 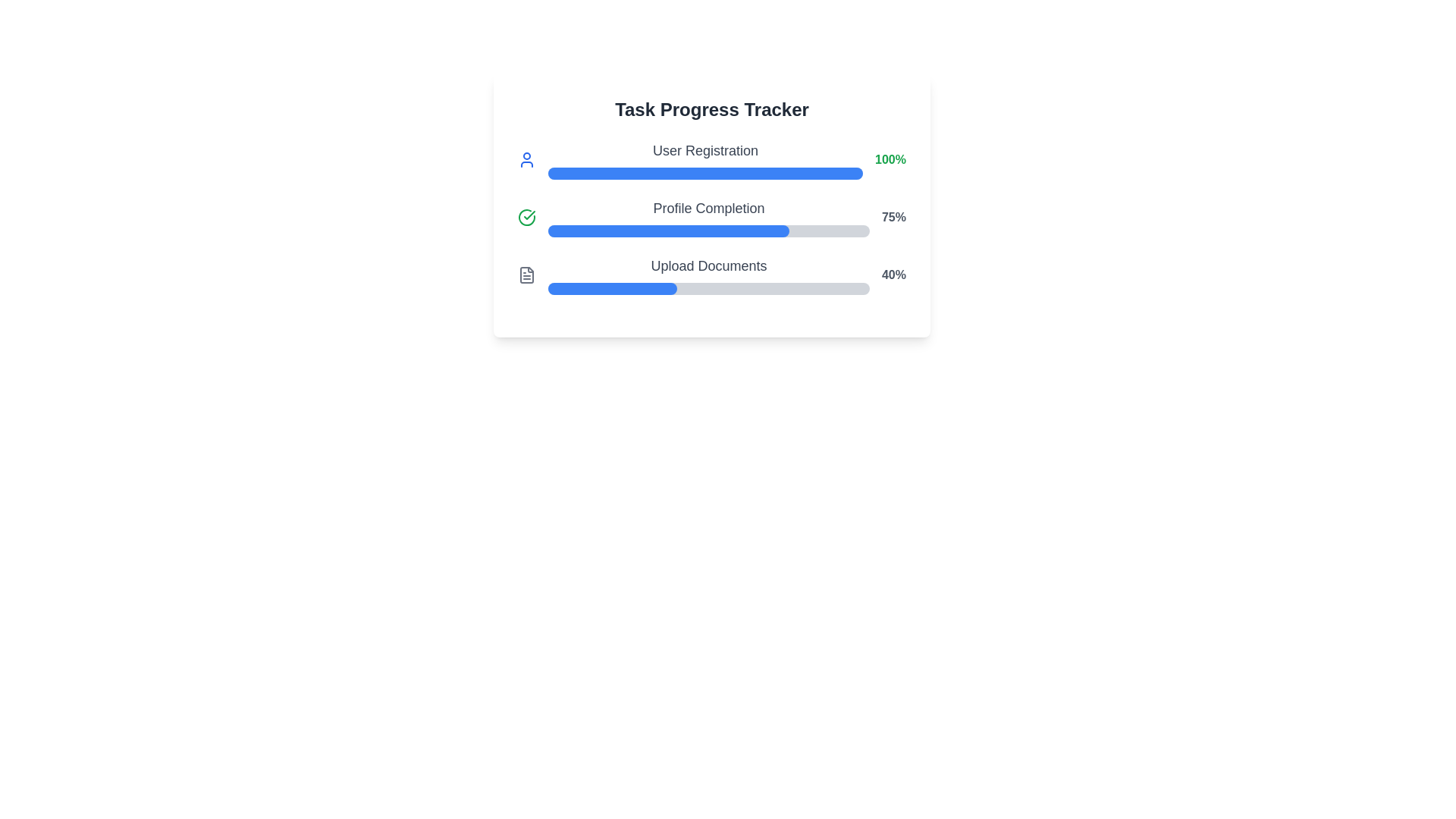 What do you see at coordinates (708, 265) in the screenshot?
I see `text labeled 'Upload Documents', which is the third label in a vertical progress-tracking interface, located below 'Profile Completion'` at bounding box center [708, 265].